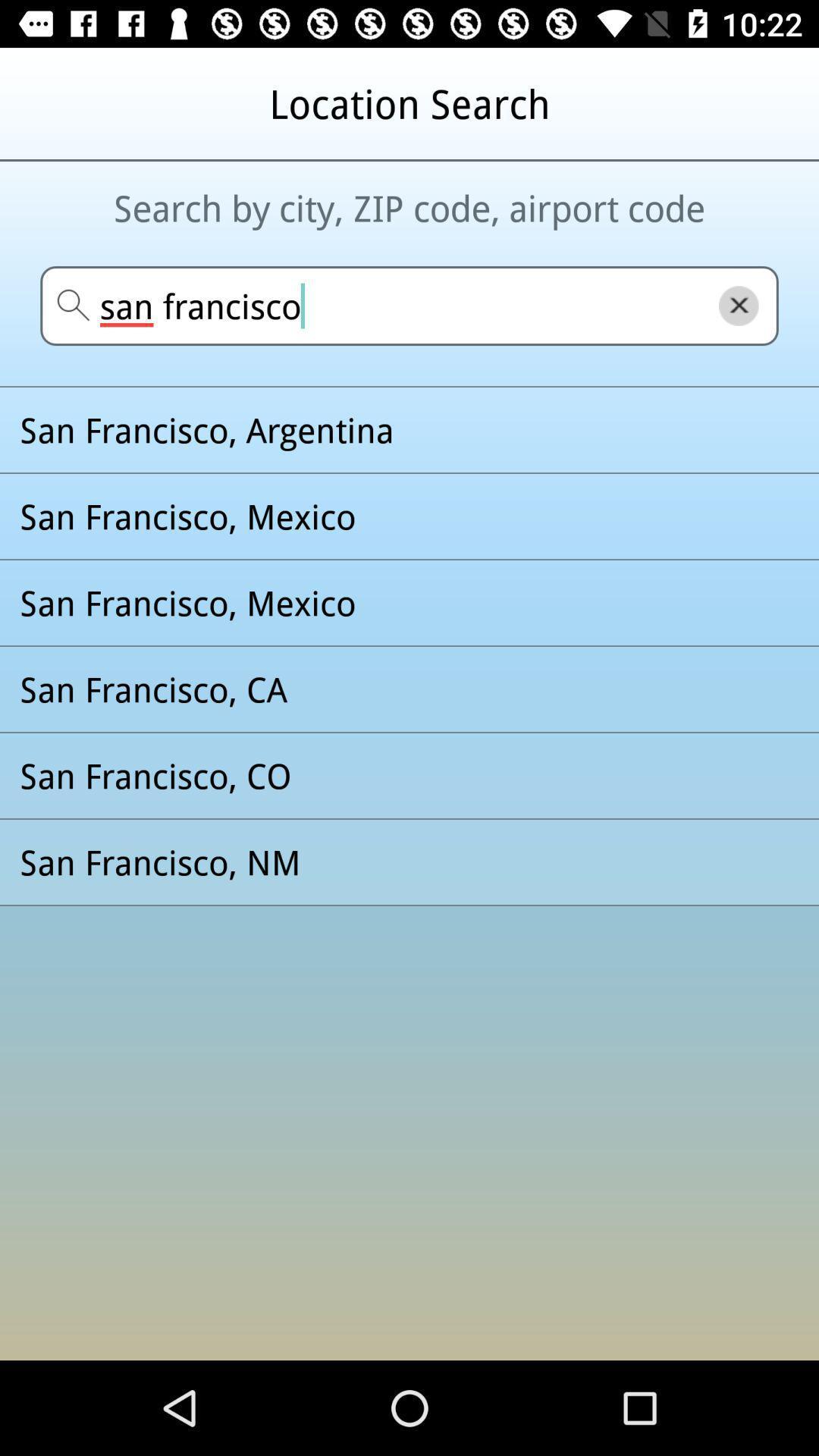  I want to click on the search icon, so click(74, 305).